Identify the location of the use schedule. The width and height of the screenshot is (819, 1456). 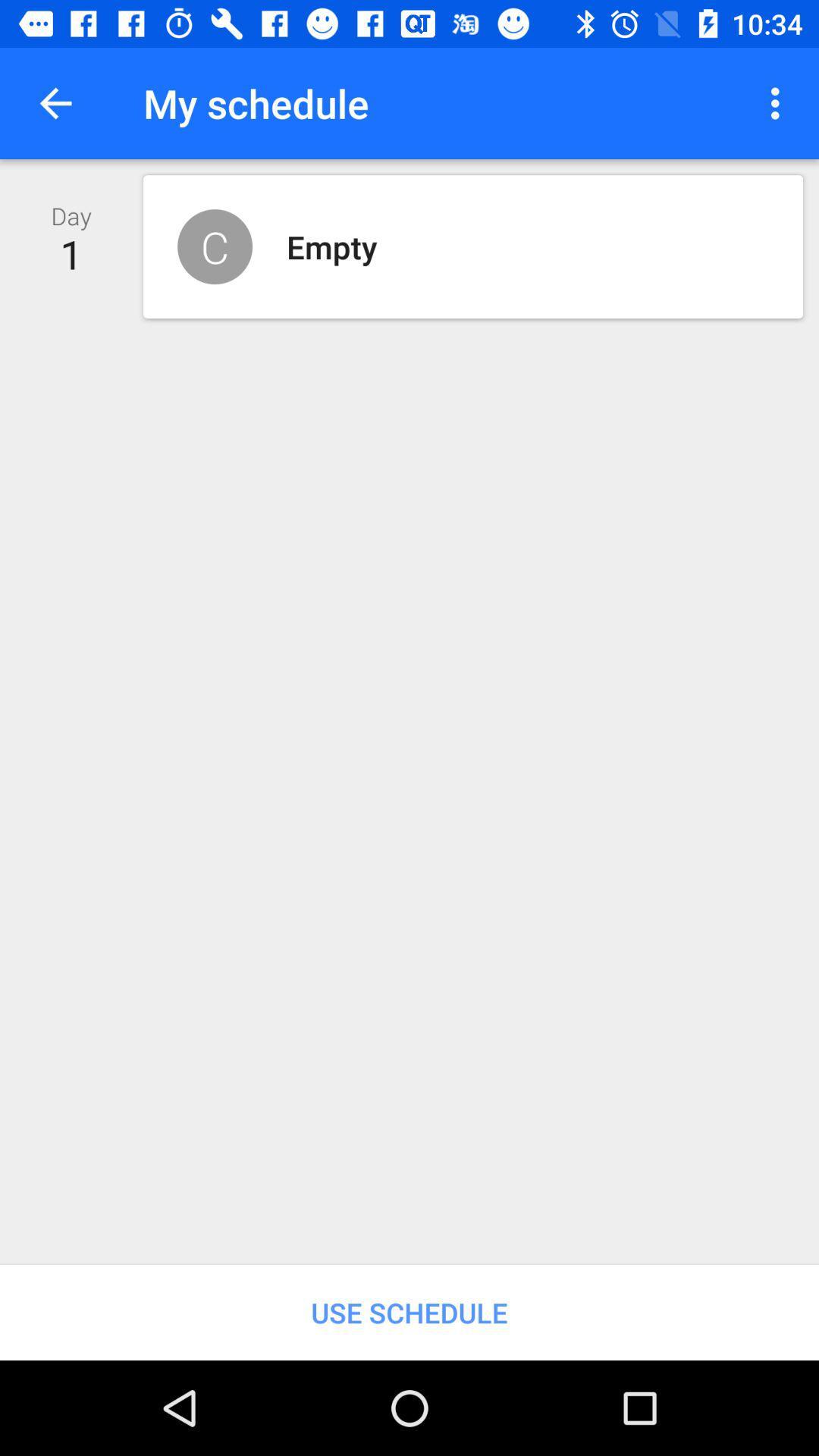
(409, 1312).